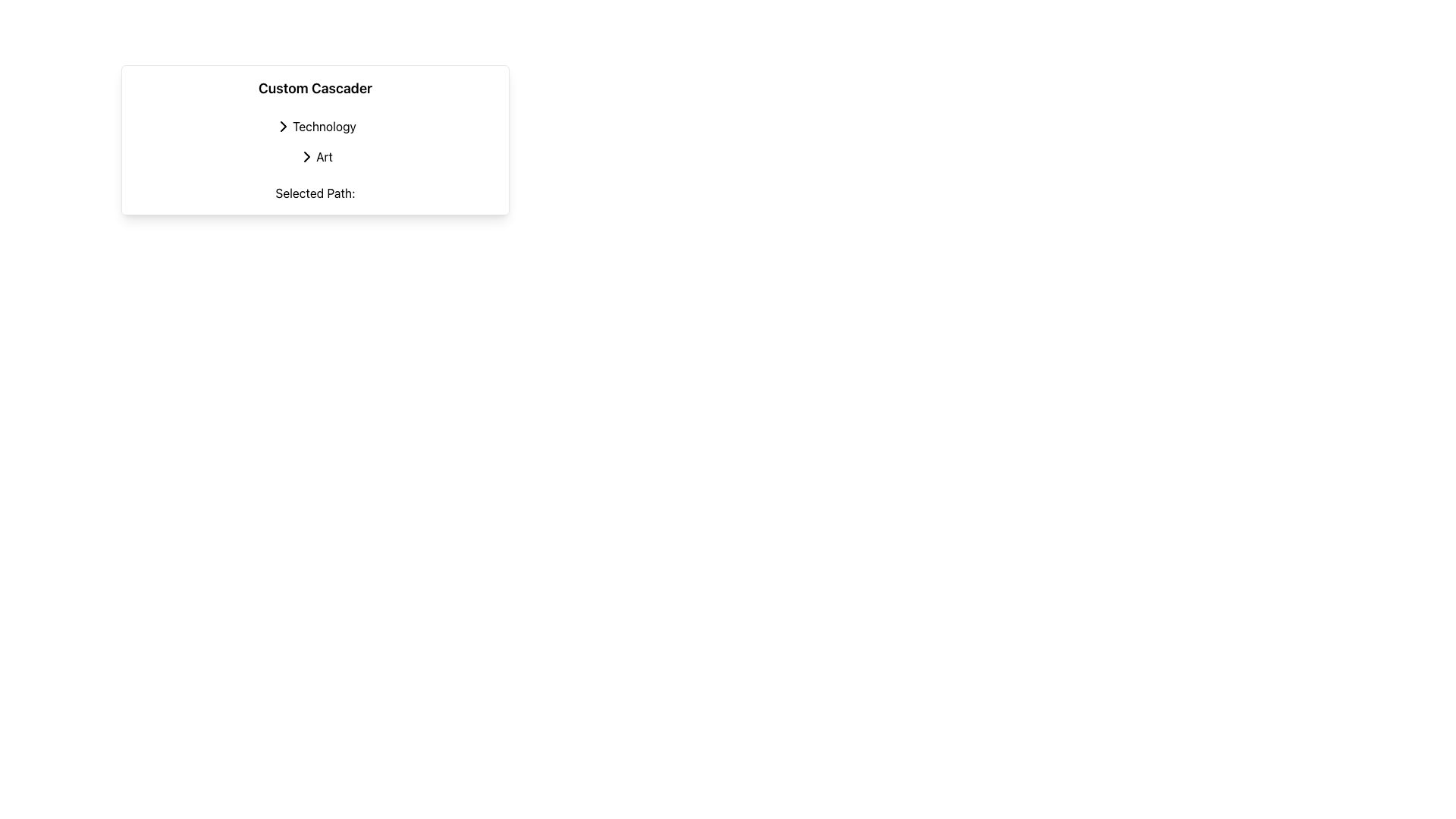 Image resolution: width=1456 pixels, height=819 pixels. I want to click on the rightward chevron icon located to the right of the 'Art' label in the dropdown menu under the 'Custom Cascader' header, so click(284, 125).